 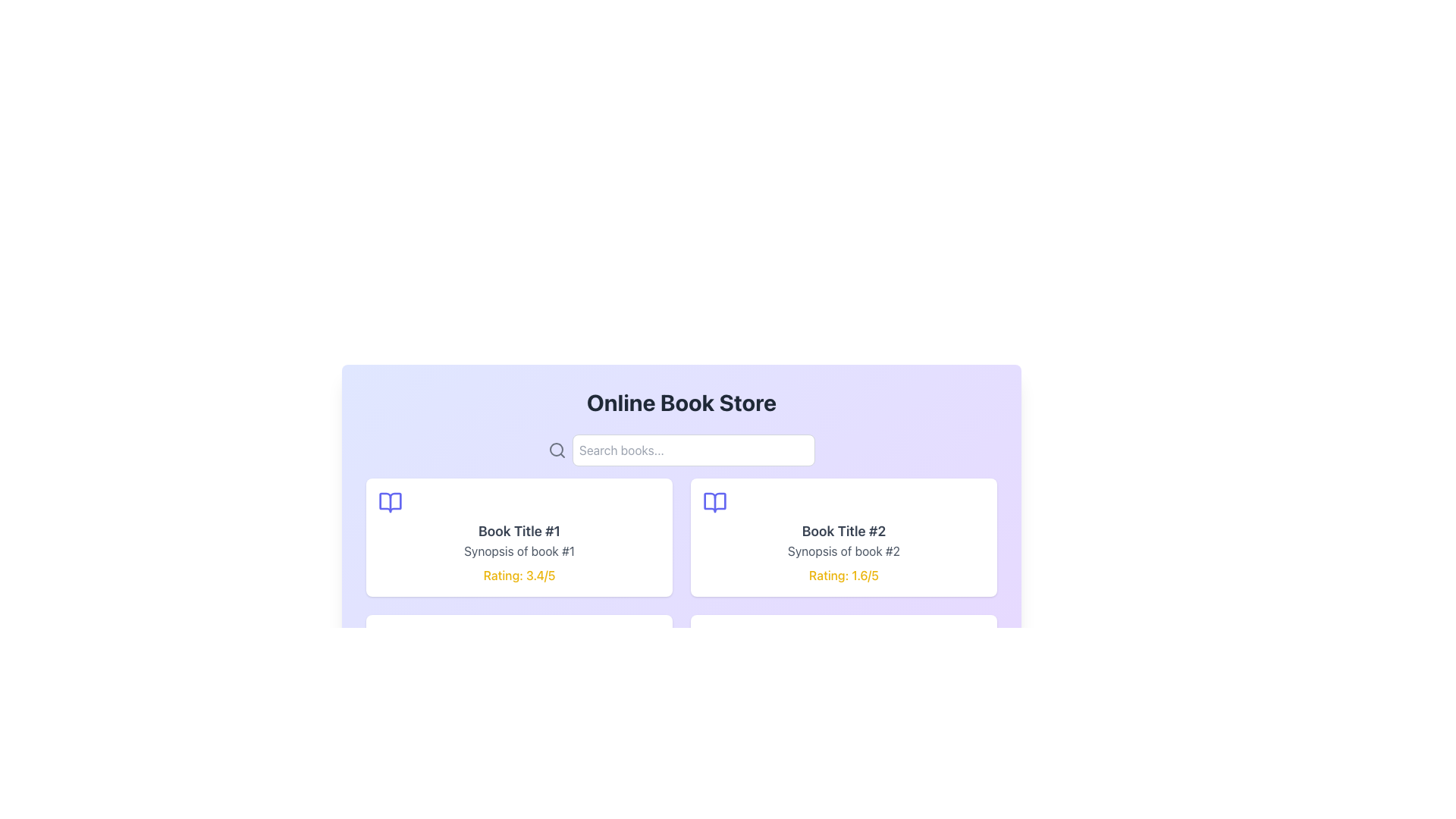 I want to click on the Text label that provides a brief description or summary of a book, located below 'Book Title #2' and above 'Rating: 1.6/5', in the right-side card of a two-card layout, so click(x=843, y=551).